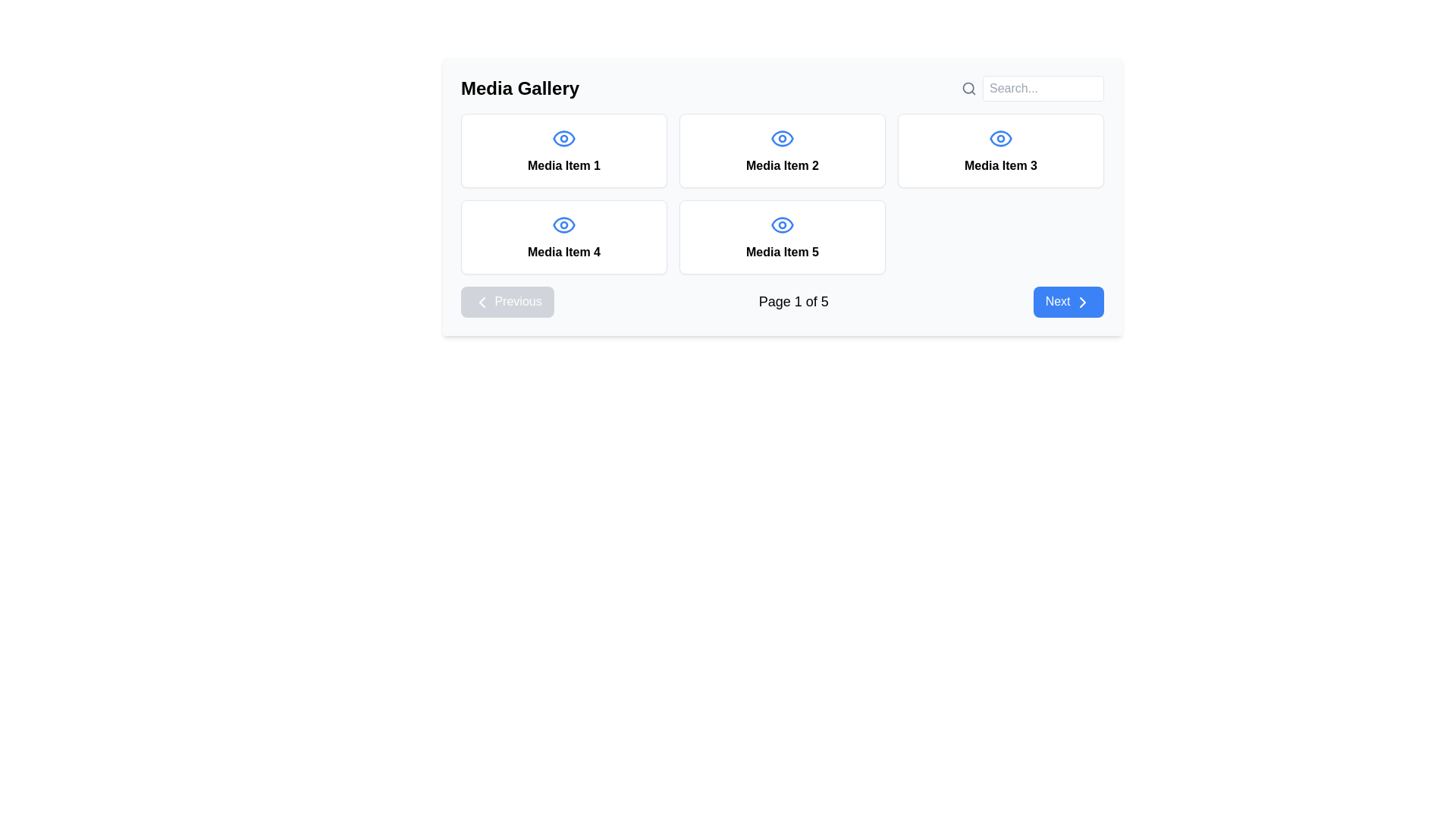 Image resolution: width=1456 pixels, height=819 pixels. Describe the element at coordinates (783, 237) in the screenshot. I see `the informational panel representing 'Media Item 5'` at that location.